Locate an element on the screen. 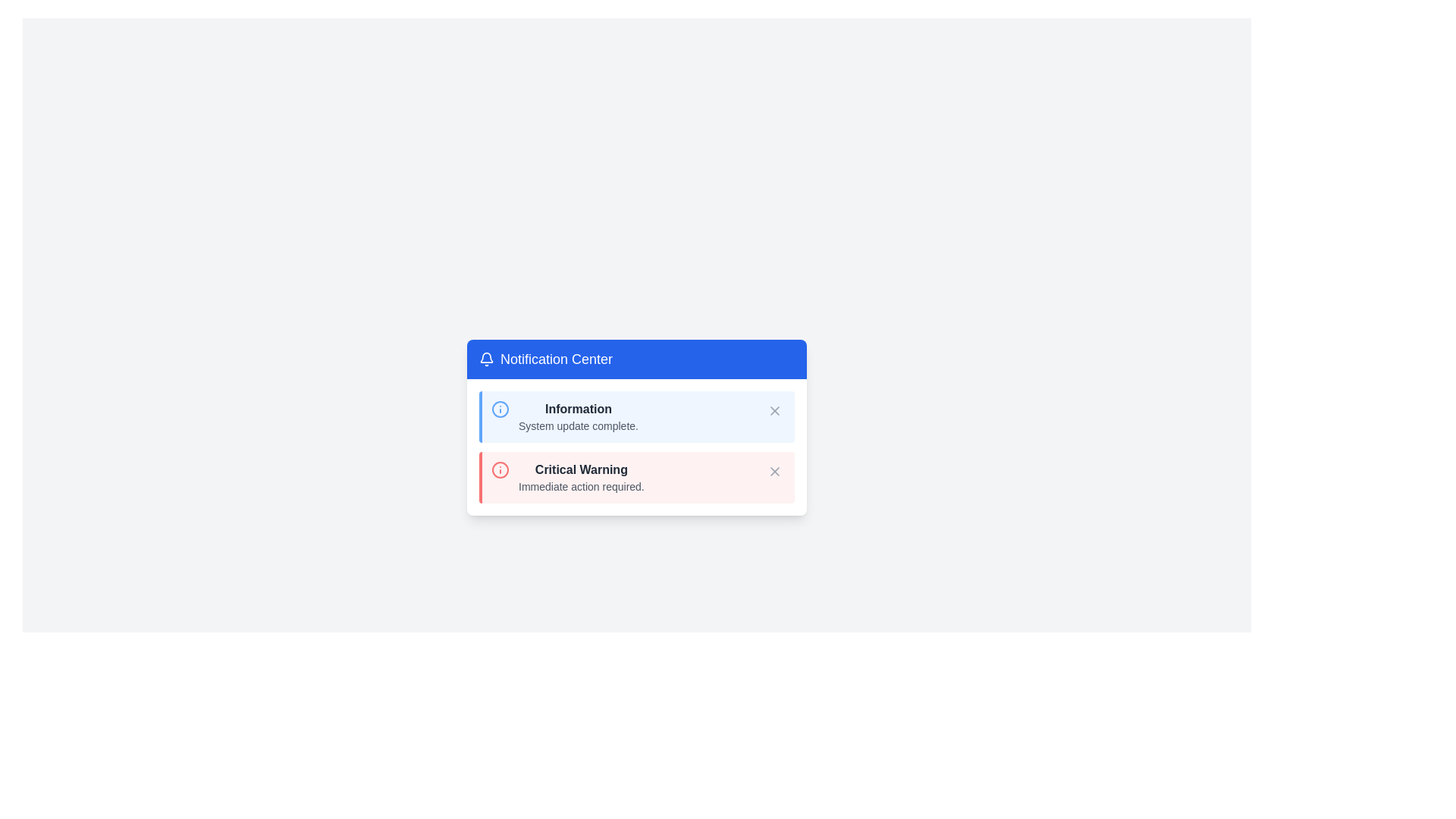  the critical warning graphical icon located centrally within the 'Critical Warning' notification entry in the SVG component is located at coordinates (500, 469).